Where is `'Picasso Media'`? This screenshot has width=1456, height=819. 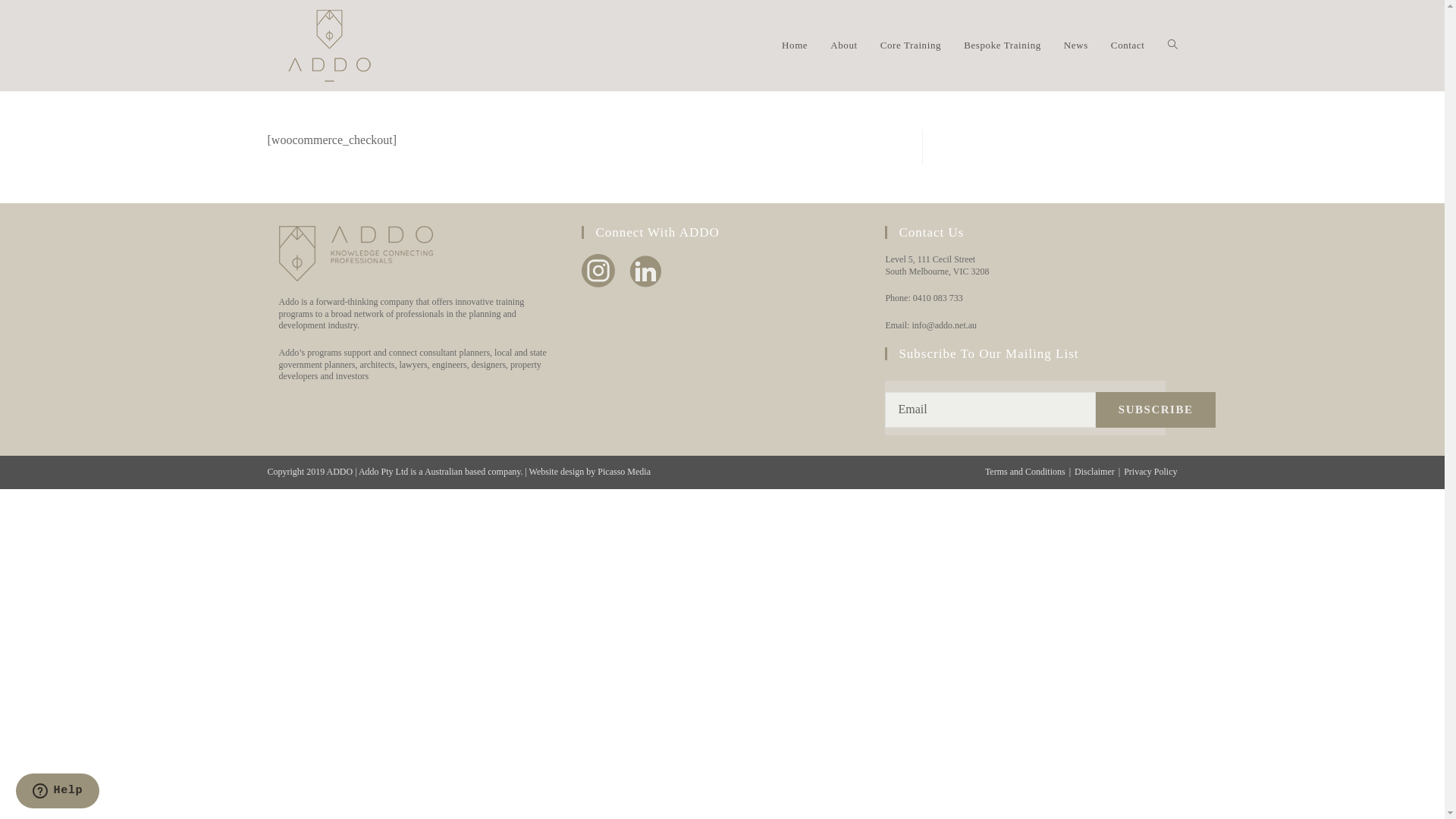
'Picasso Media' is located at coordinates (623, 470).